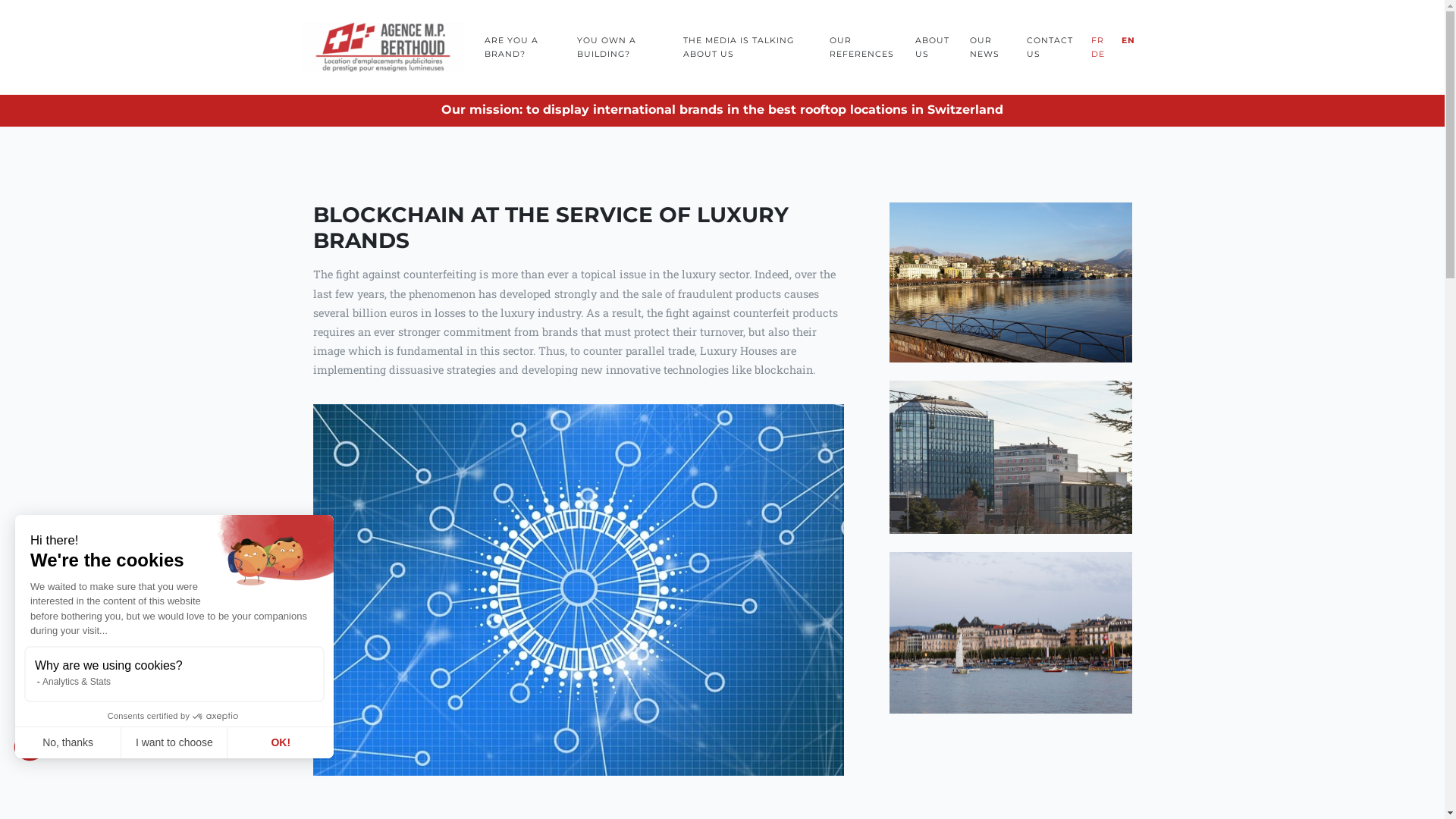  What do you see at coordinates (934, 45) in the screenshot?
I see `'ABOUT US'` at bounding box center [934, 45].